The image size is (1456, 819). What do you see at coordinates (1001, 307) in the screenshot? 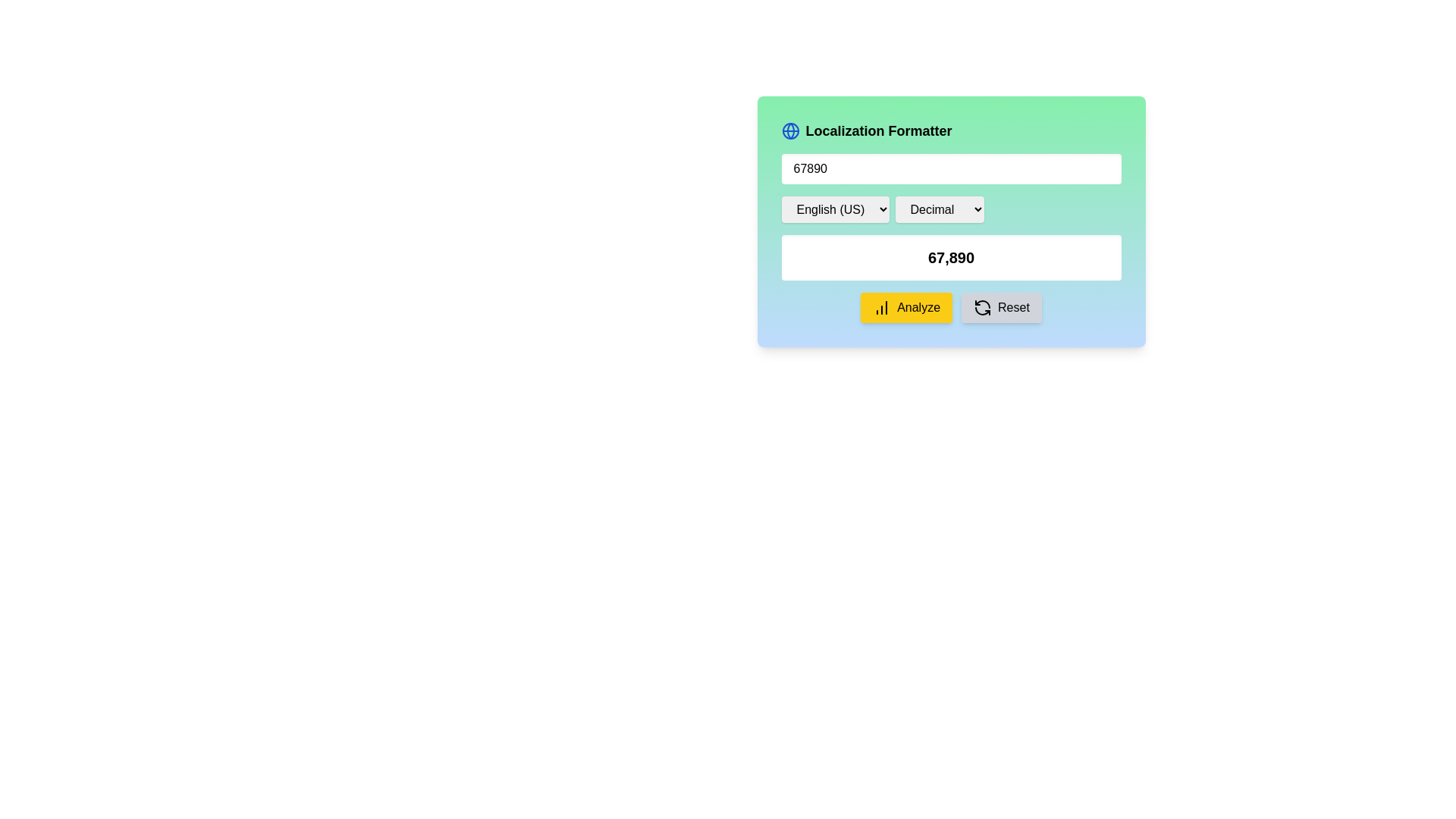
I see `the rectangular 'Reset' button with a light gray background and a black refresh icon` at bounding box center [1001, 307].